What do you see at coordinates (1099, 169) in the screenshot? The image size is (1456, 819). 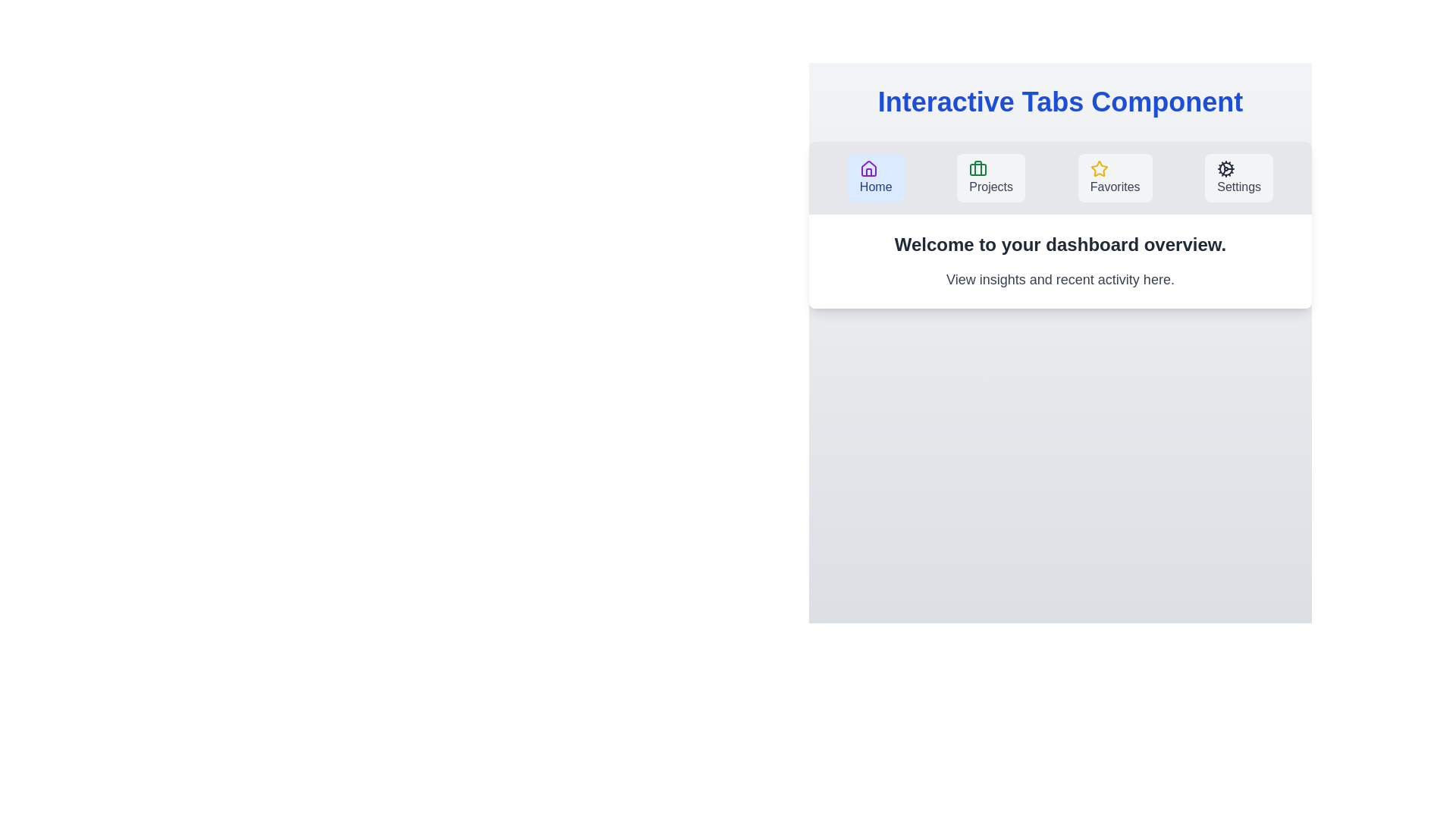 I see `the icon corresponding to the Favorites tab` at bounding box center [1099, 169].